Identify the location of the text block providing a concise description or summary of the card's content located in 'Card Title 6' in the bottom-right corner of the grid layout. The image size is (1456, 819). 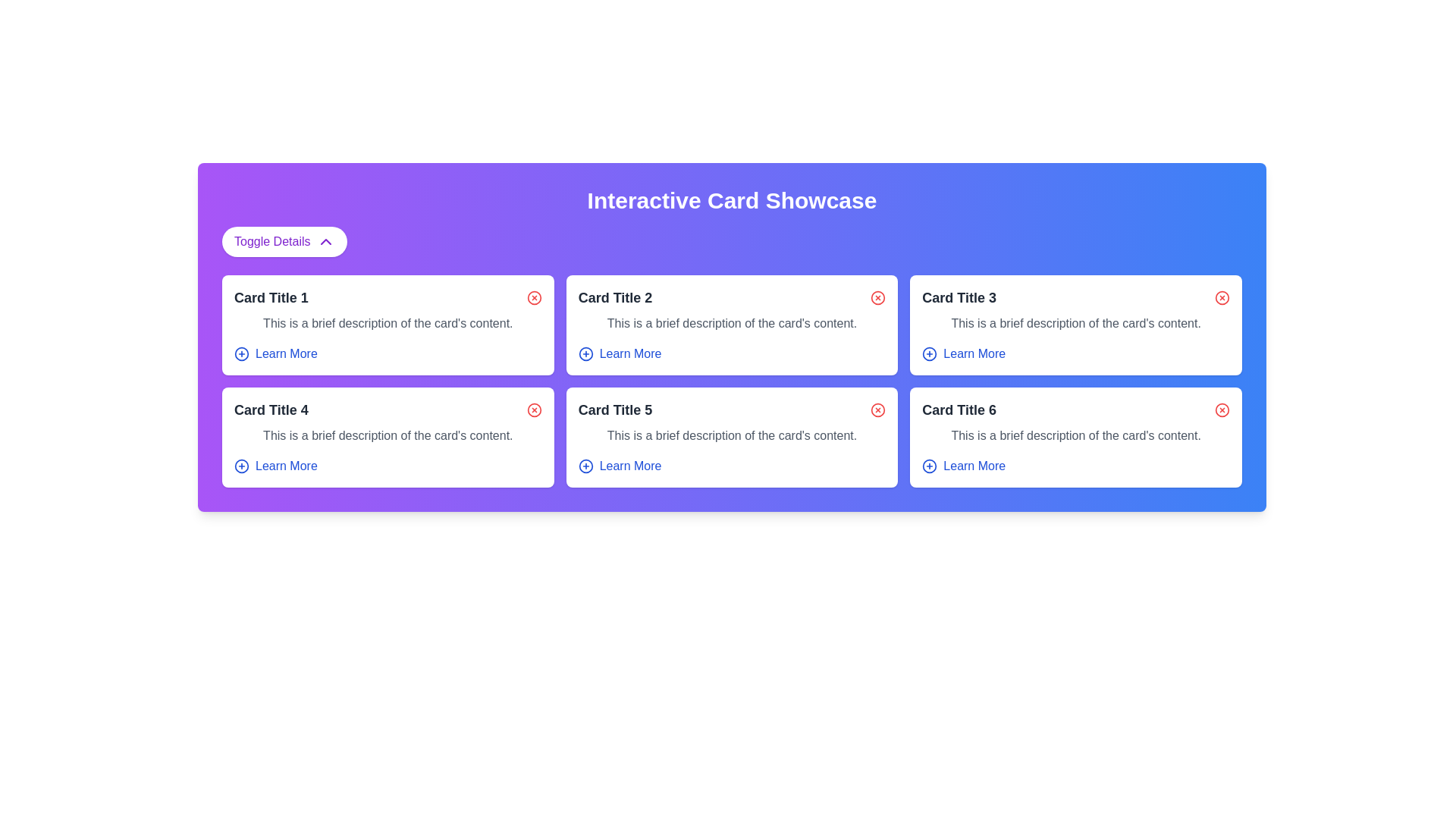
(1075, 435).